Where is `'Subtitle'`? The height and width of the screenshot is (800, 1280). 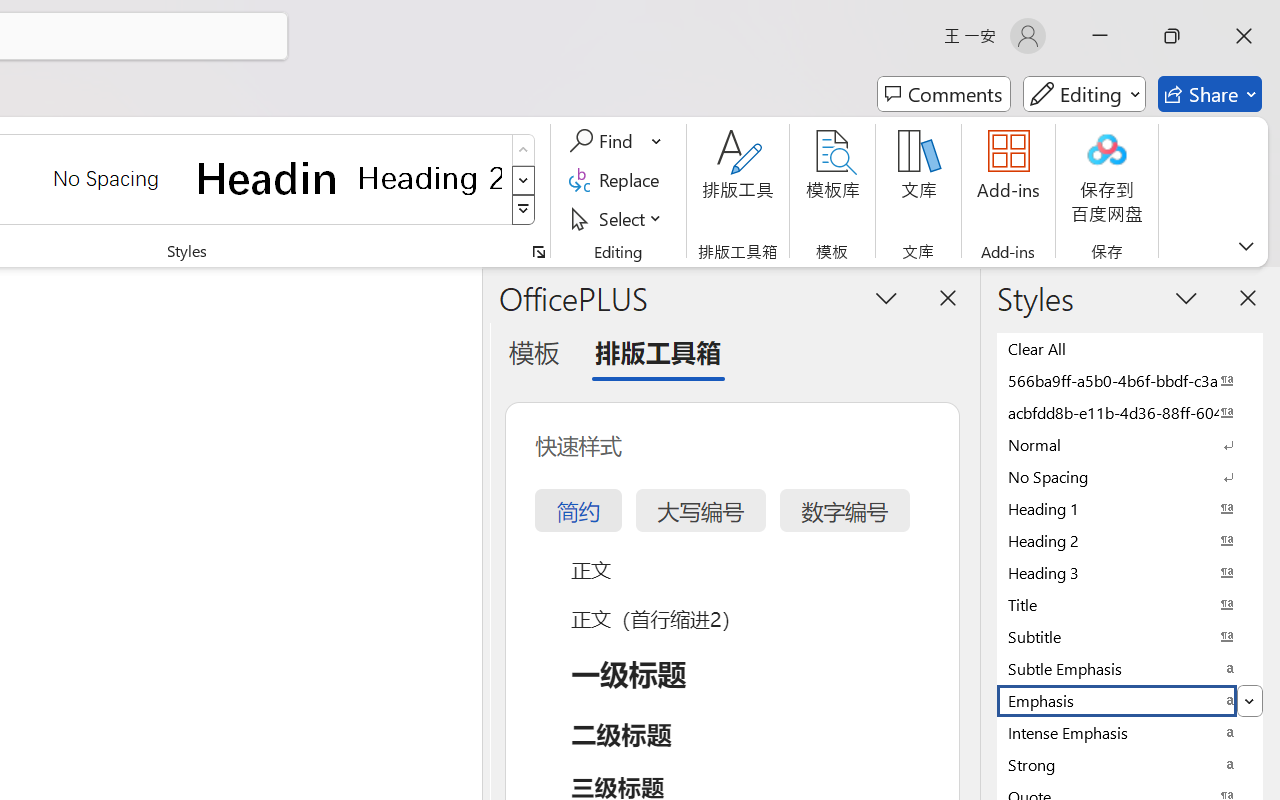 'Subtitle' is located at coordinates (1130, 635).